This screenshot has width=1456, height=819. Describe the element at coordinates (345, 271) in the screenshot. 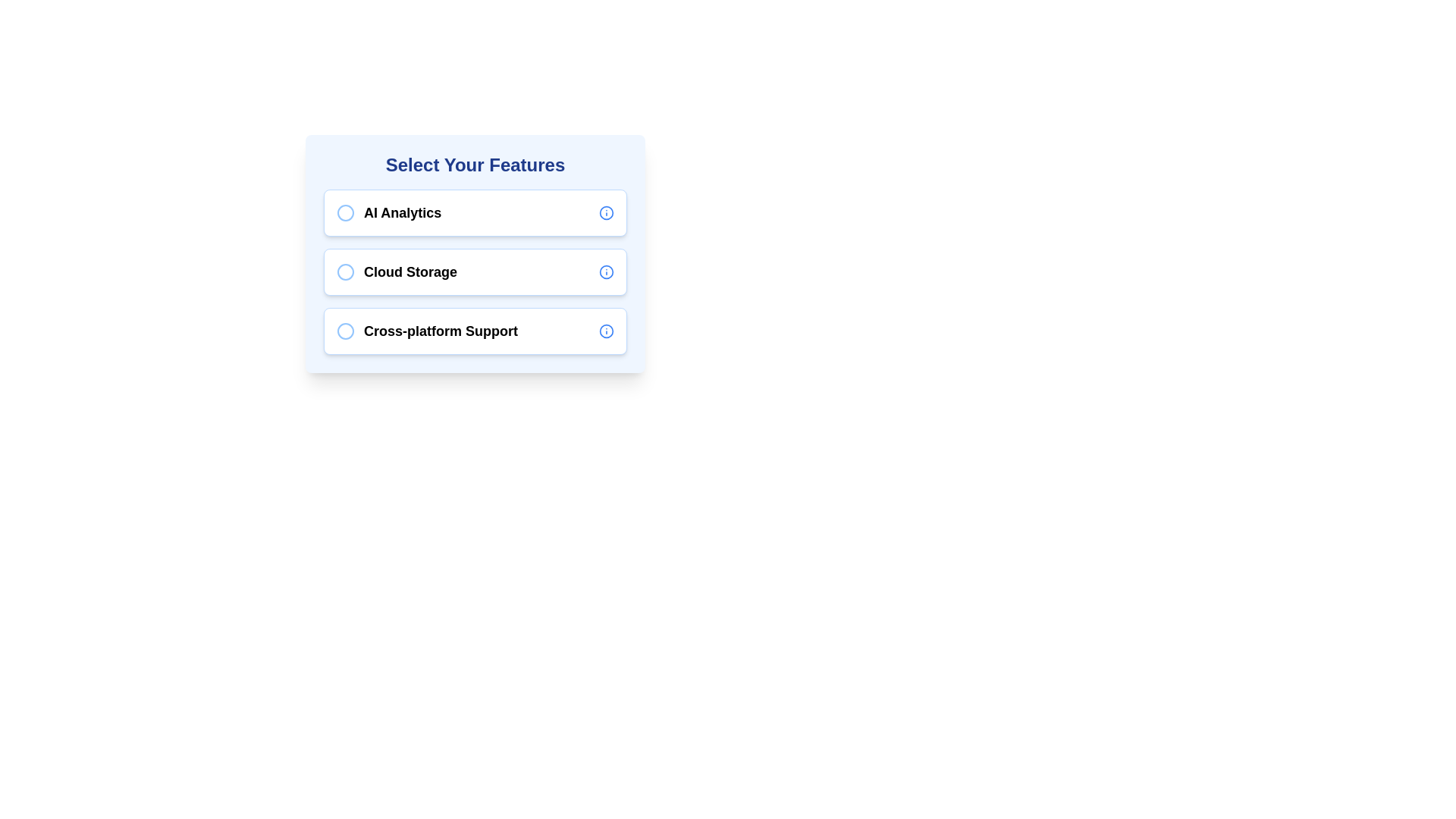

I see `the Circle icon` at that location.